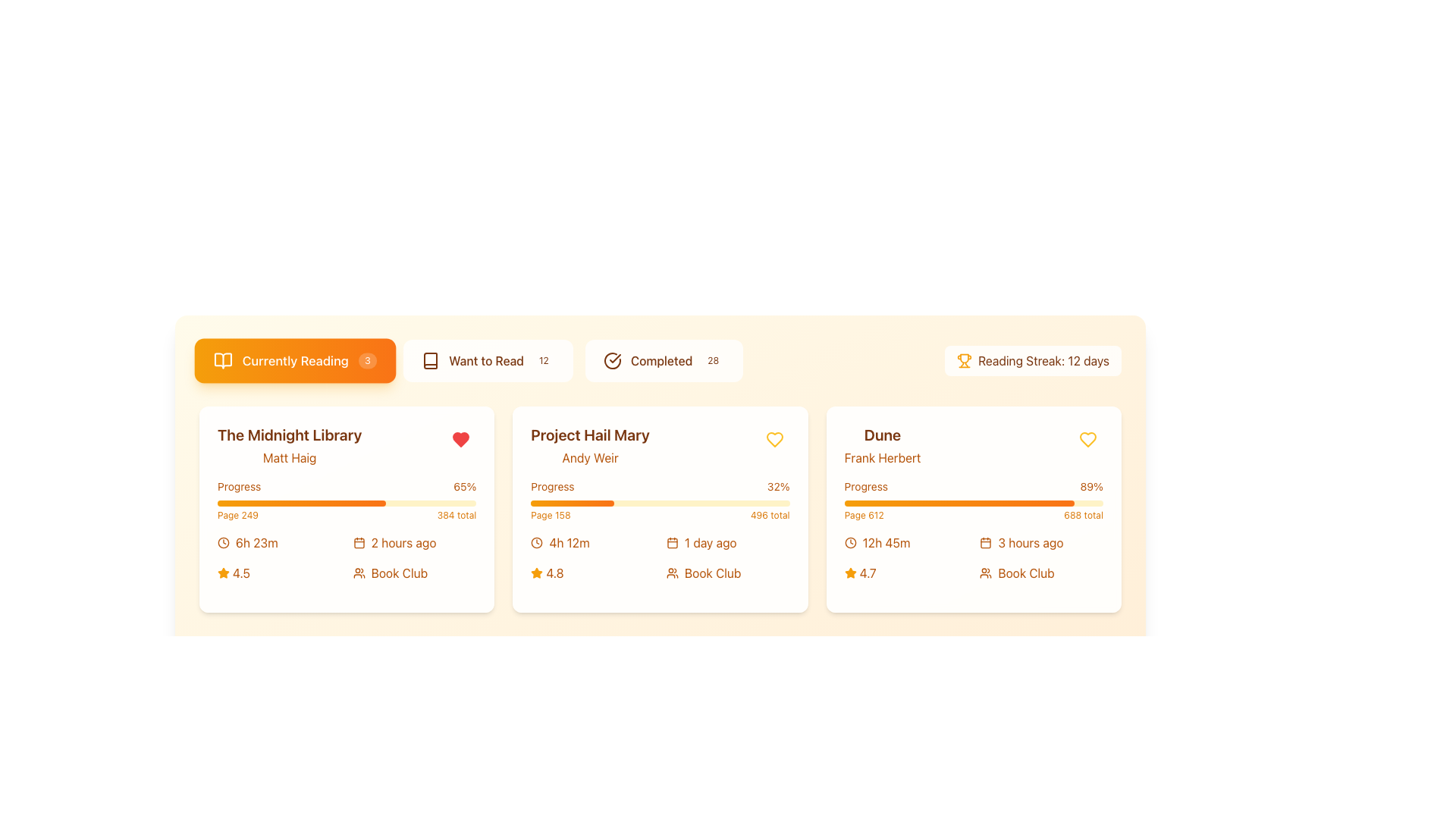 The width and height of the screenshot is (1456, 819). Describe the element at coordinates (882, 435) in the screenshot. I see `the Text label displaying the title 'Dune', which is located at the top of its respective book card` at that location.